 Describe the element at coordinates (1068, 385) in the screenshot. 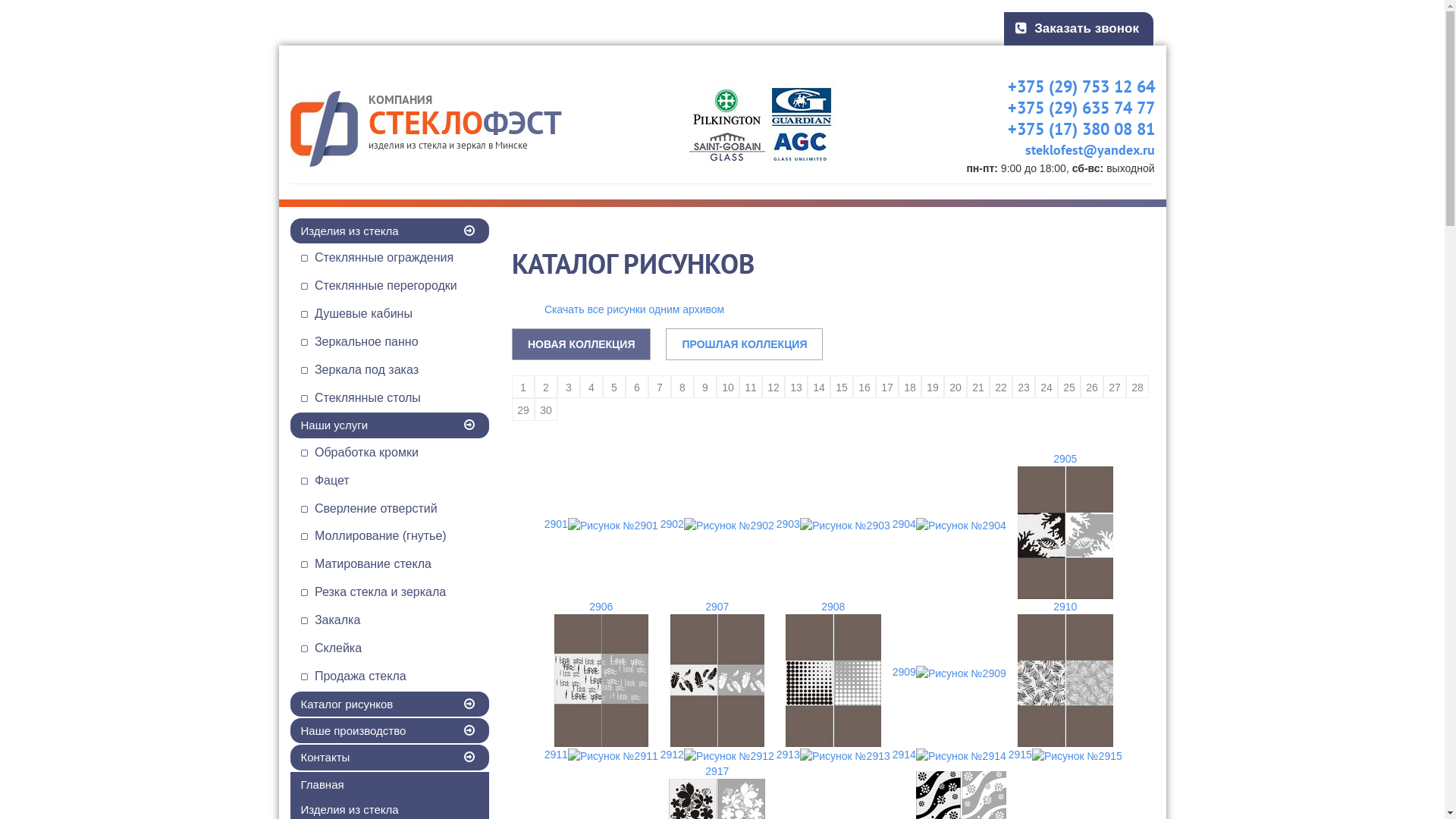

I see `'25'` at that location.